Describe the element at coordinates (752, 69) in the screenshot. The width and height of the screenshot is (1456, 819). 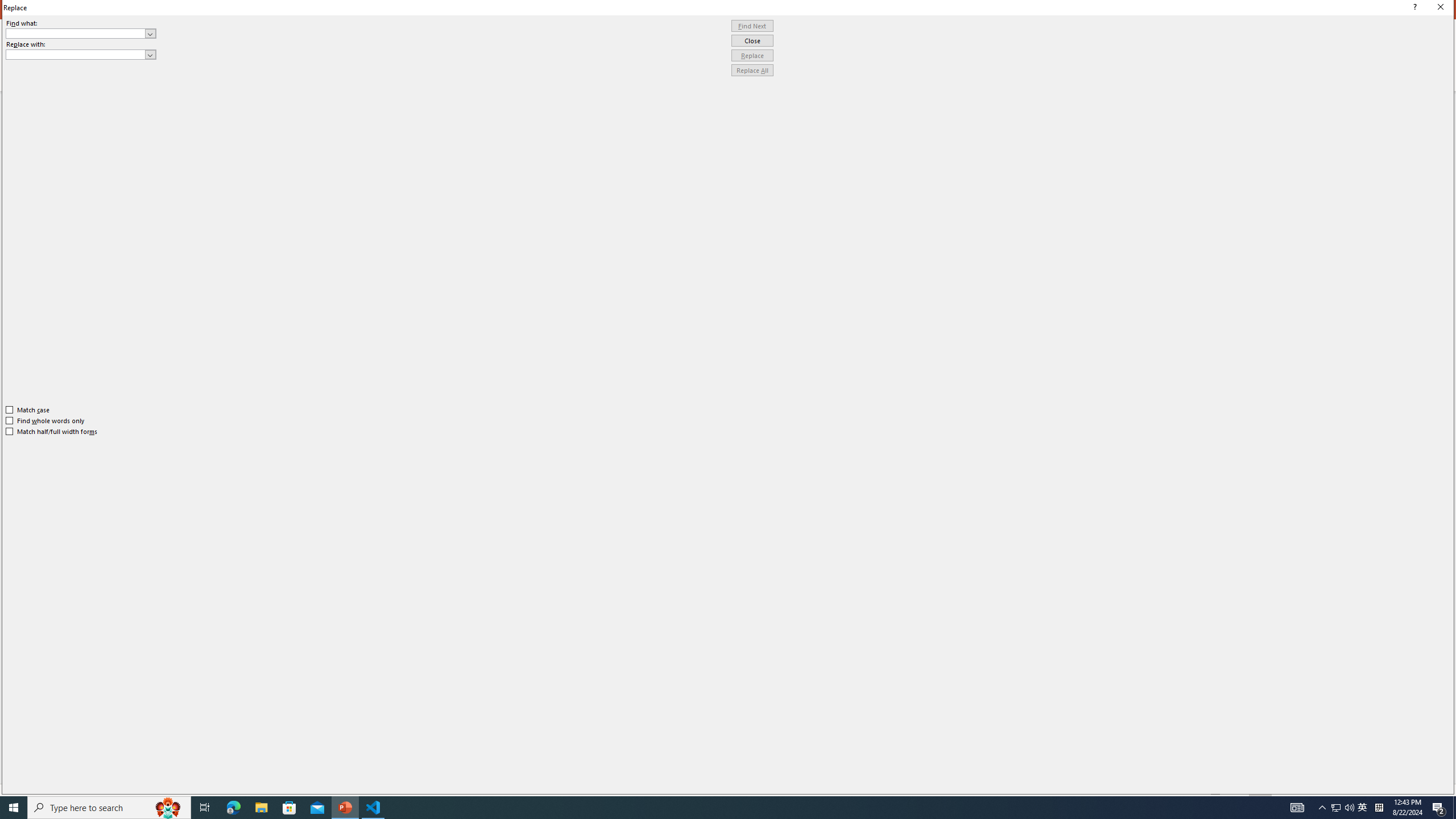
I see `'Replace All'` at that location.